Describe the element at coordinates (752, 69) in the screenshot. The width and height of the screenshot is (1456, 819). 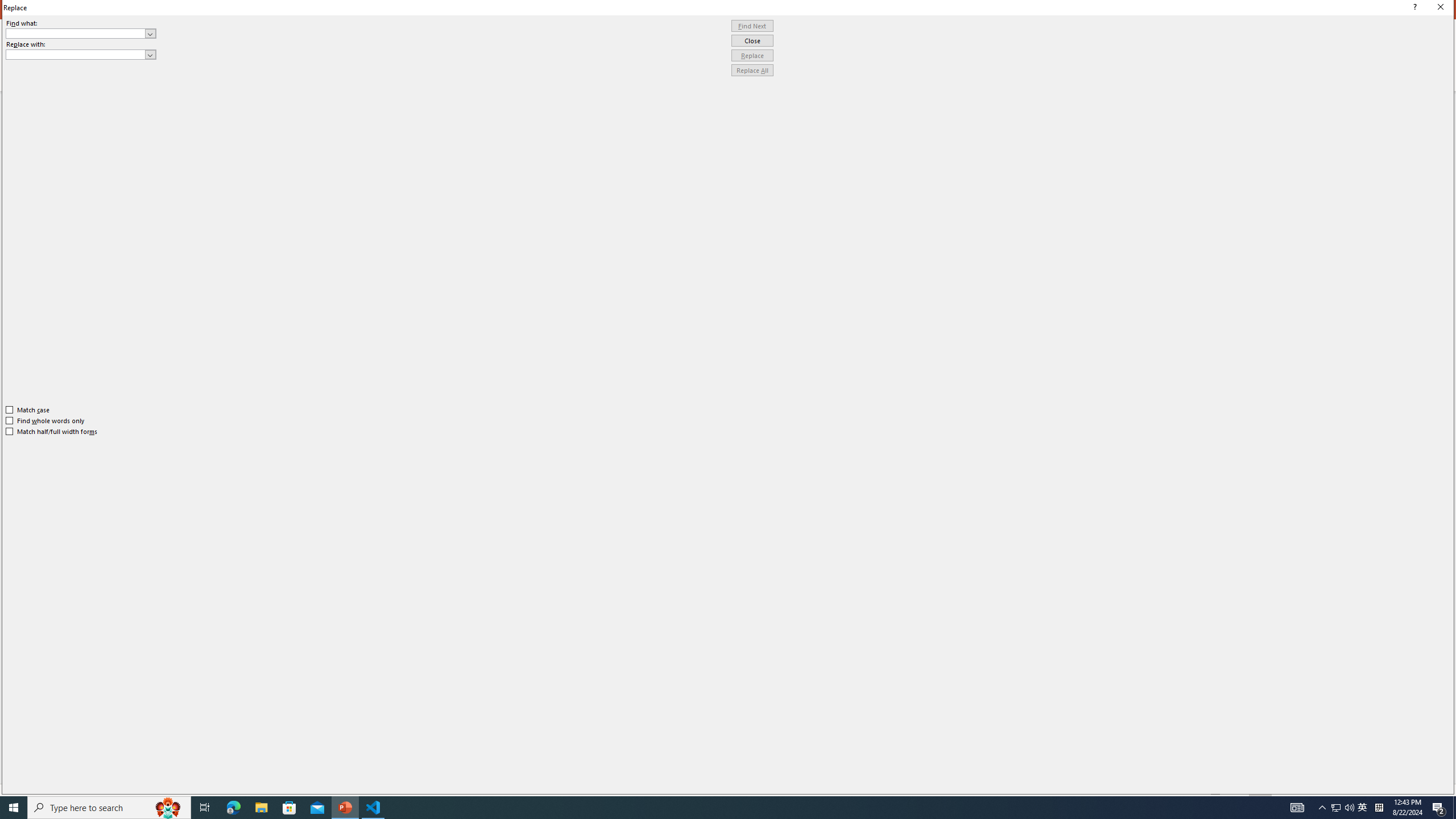
I see `'Replace All'` at that location.